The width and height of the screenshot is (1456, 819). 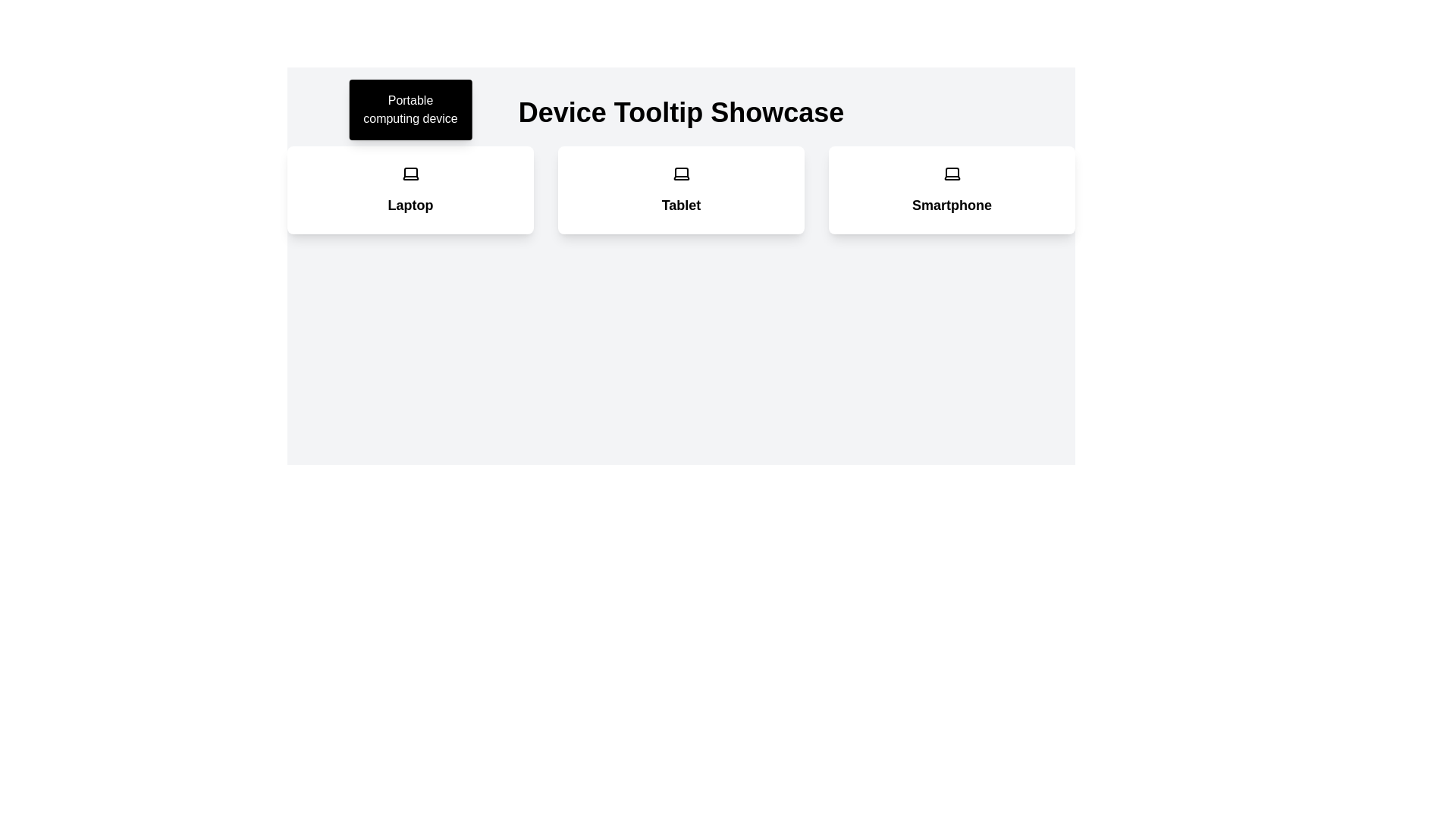 What do you see at coordinates (410, 172) in the screenshot?
I see `the minimalist line art laptop computer icon located in the leftmost card, which is directly above the label 'Laptop'` at bounding box center [410, 172].